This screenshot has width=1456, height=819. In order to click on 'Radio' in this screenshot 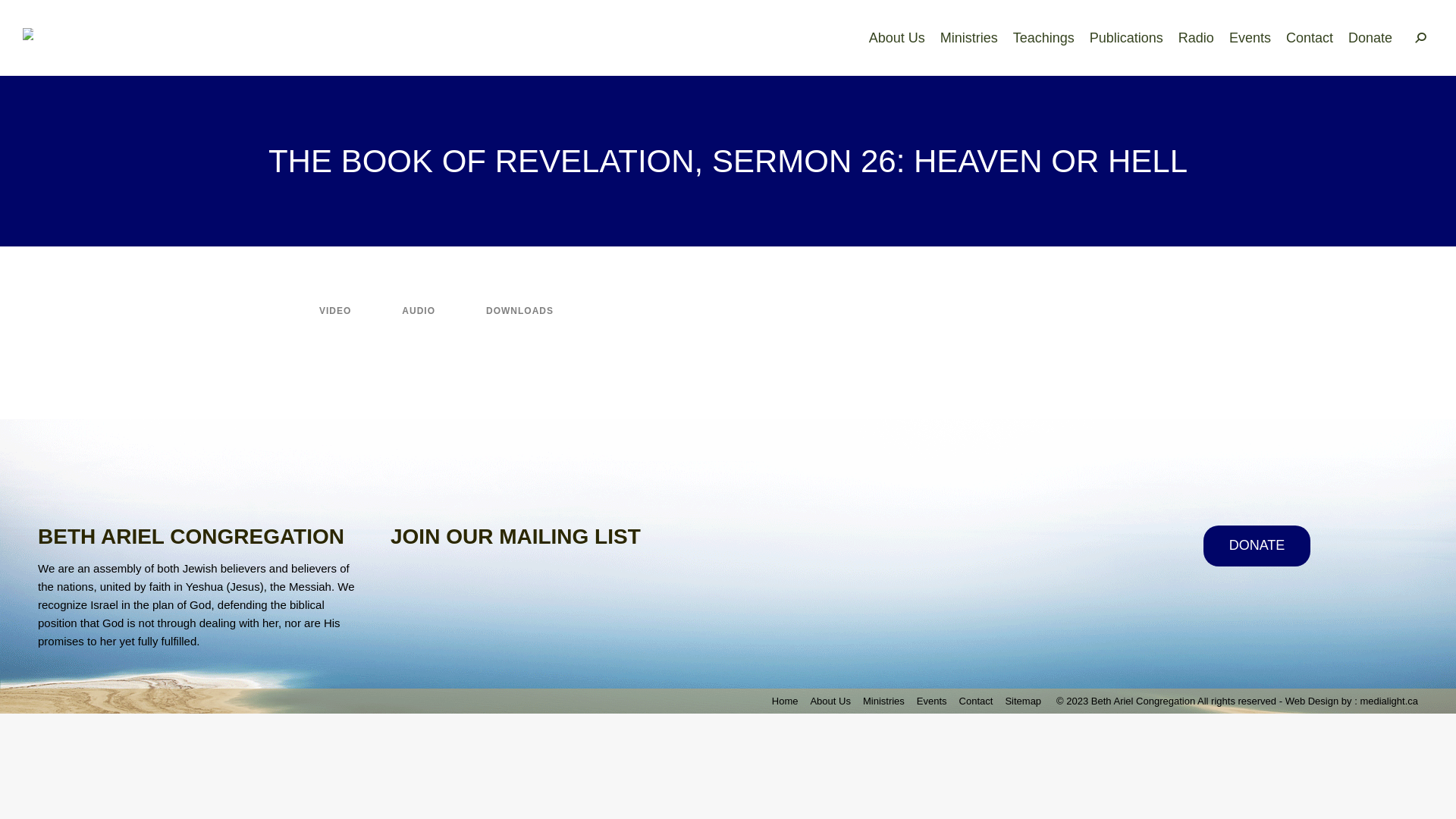, I will do `click(1195, 37)`.